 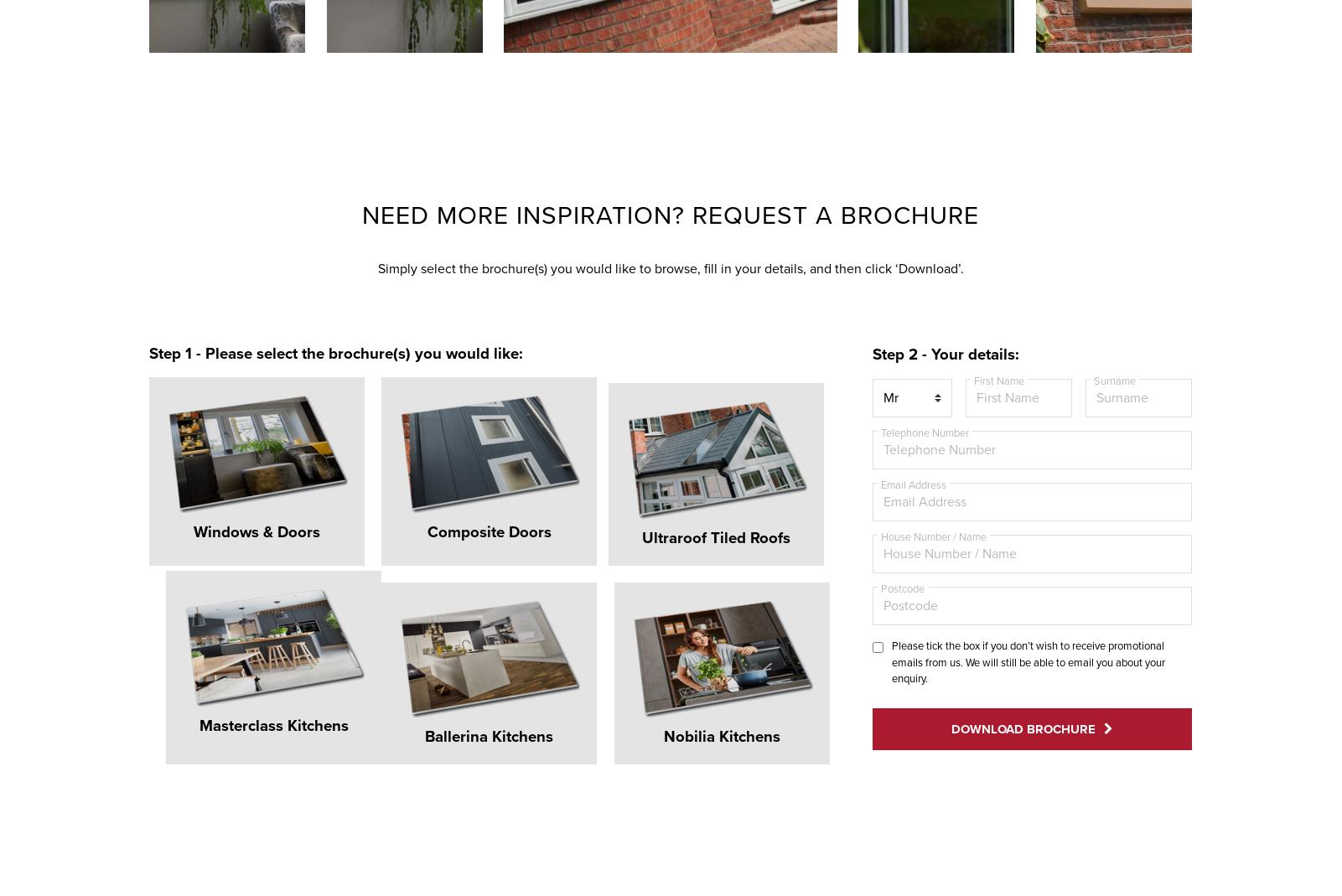 I want to click on 'Windows & Doors', so click(x=227, y=504).